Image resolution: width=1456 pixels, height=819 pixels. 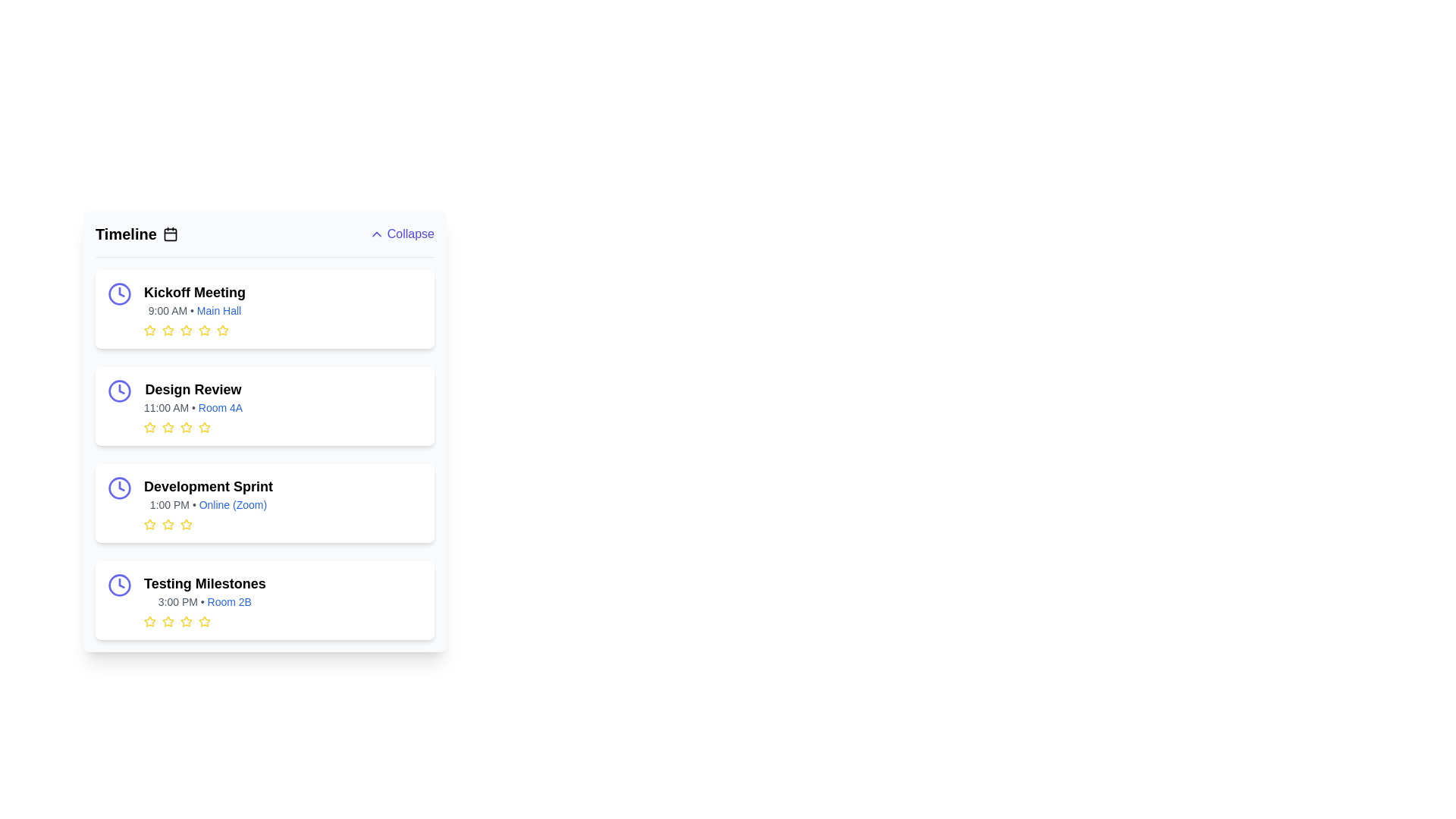 What do you see at coordinates (185, 621) in the screenshot?
I see `the third star icon in the star rating section of the 'Testing Milestones' entry to set a rating` at bounding box center [185, 621].